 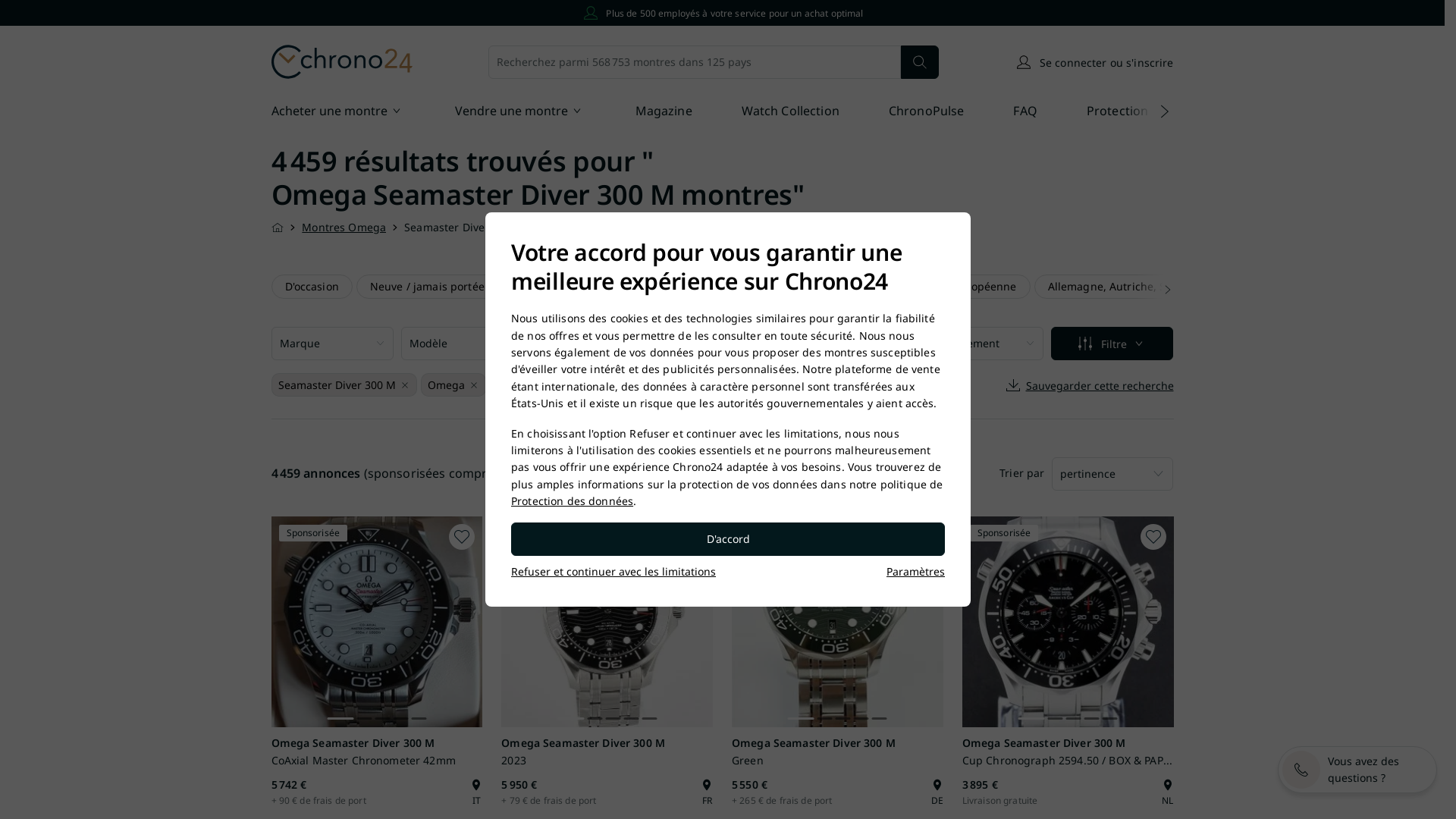 I want to click on 'Emplacement', so click(x=982, y=343).